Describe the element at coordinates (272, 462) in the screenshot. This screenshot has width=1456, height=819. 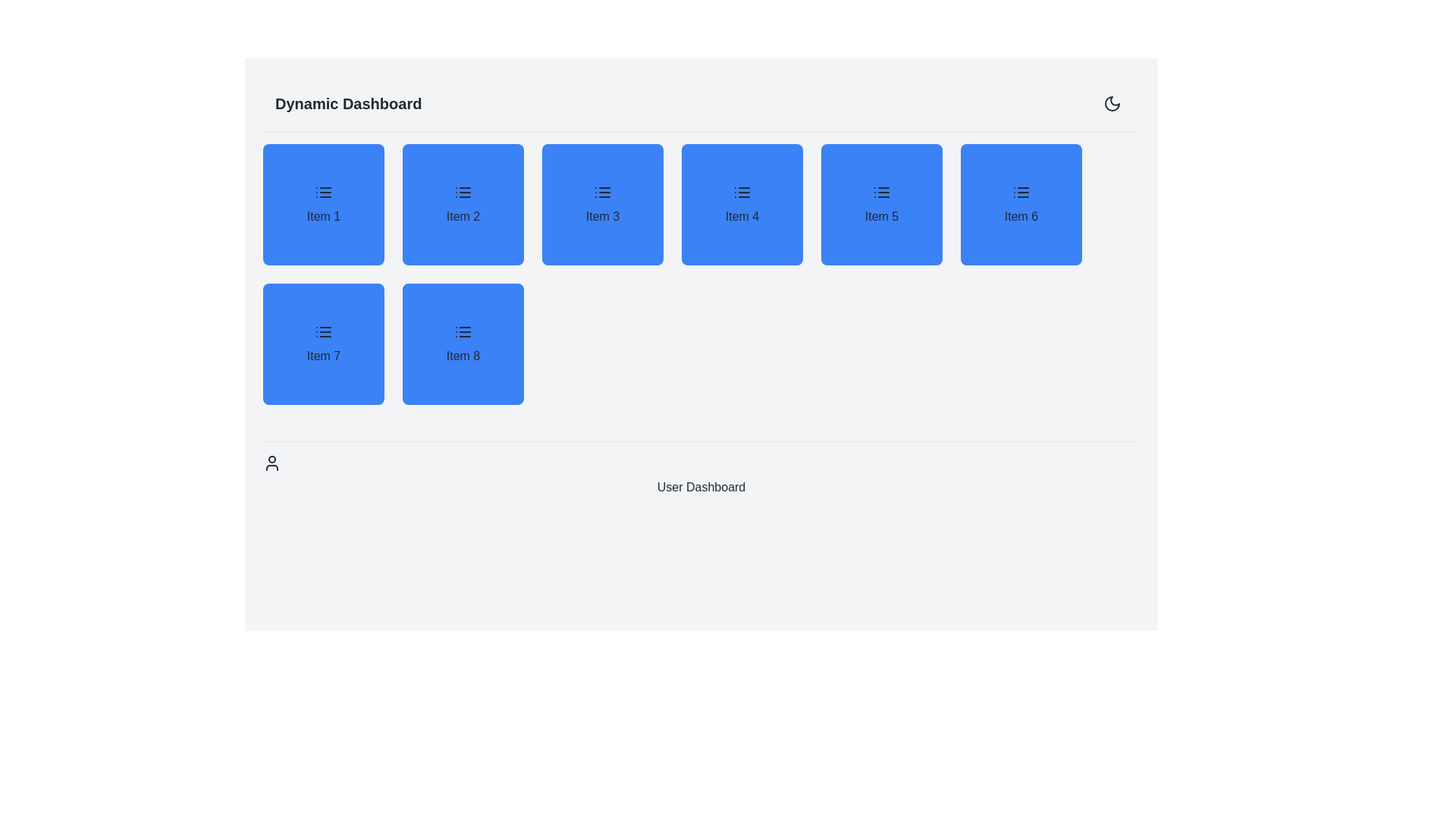
I see `the user avatar icon located below the 'User Dashboard' text, which is represented by a circular structure for the head and shoulder outline` at that location.